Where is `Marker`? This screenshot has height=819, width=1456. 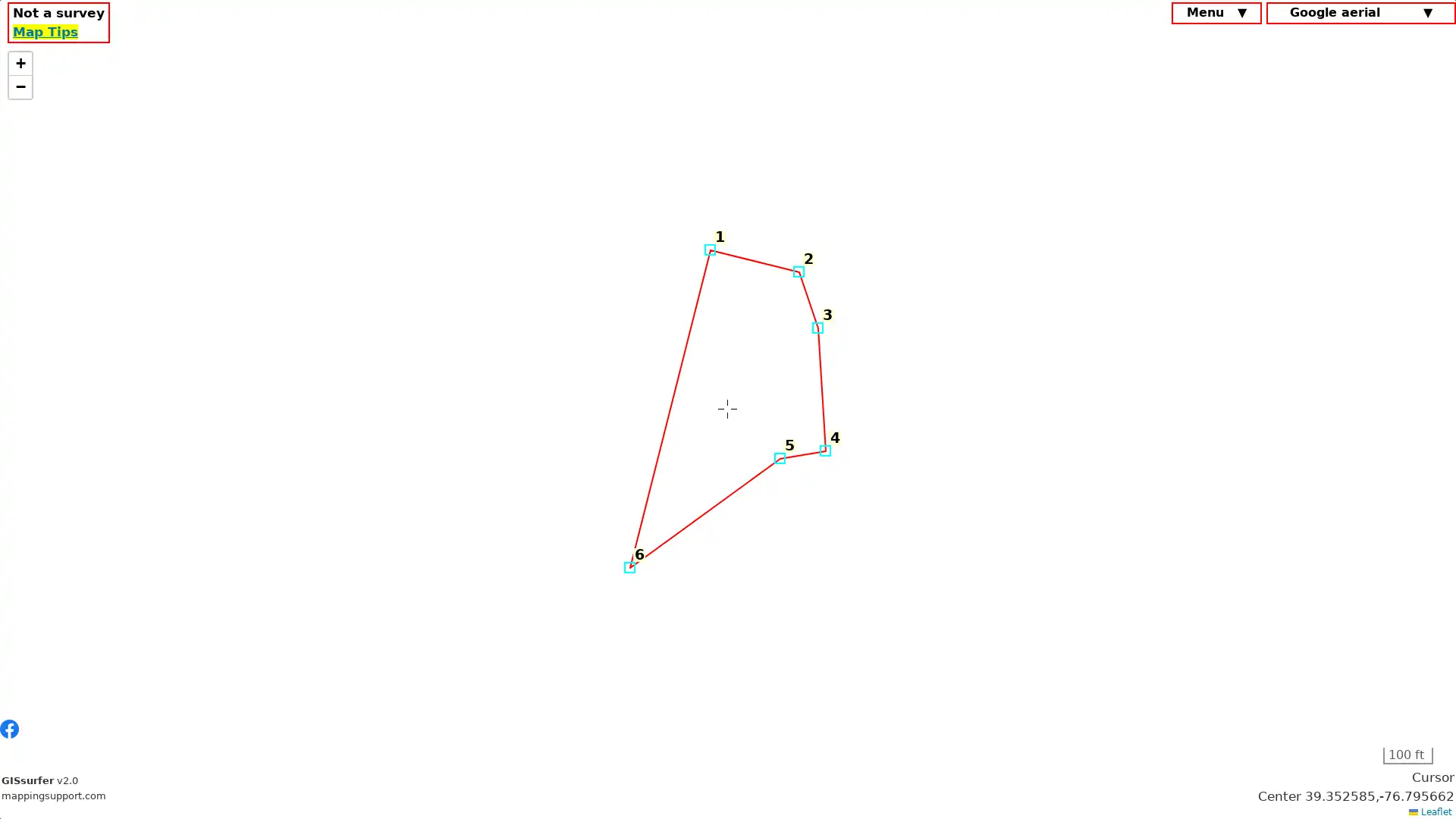
Marker is located at coordinates (780, 457).